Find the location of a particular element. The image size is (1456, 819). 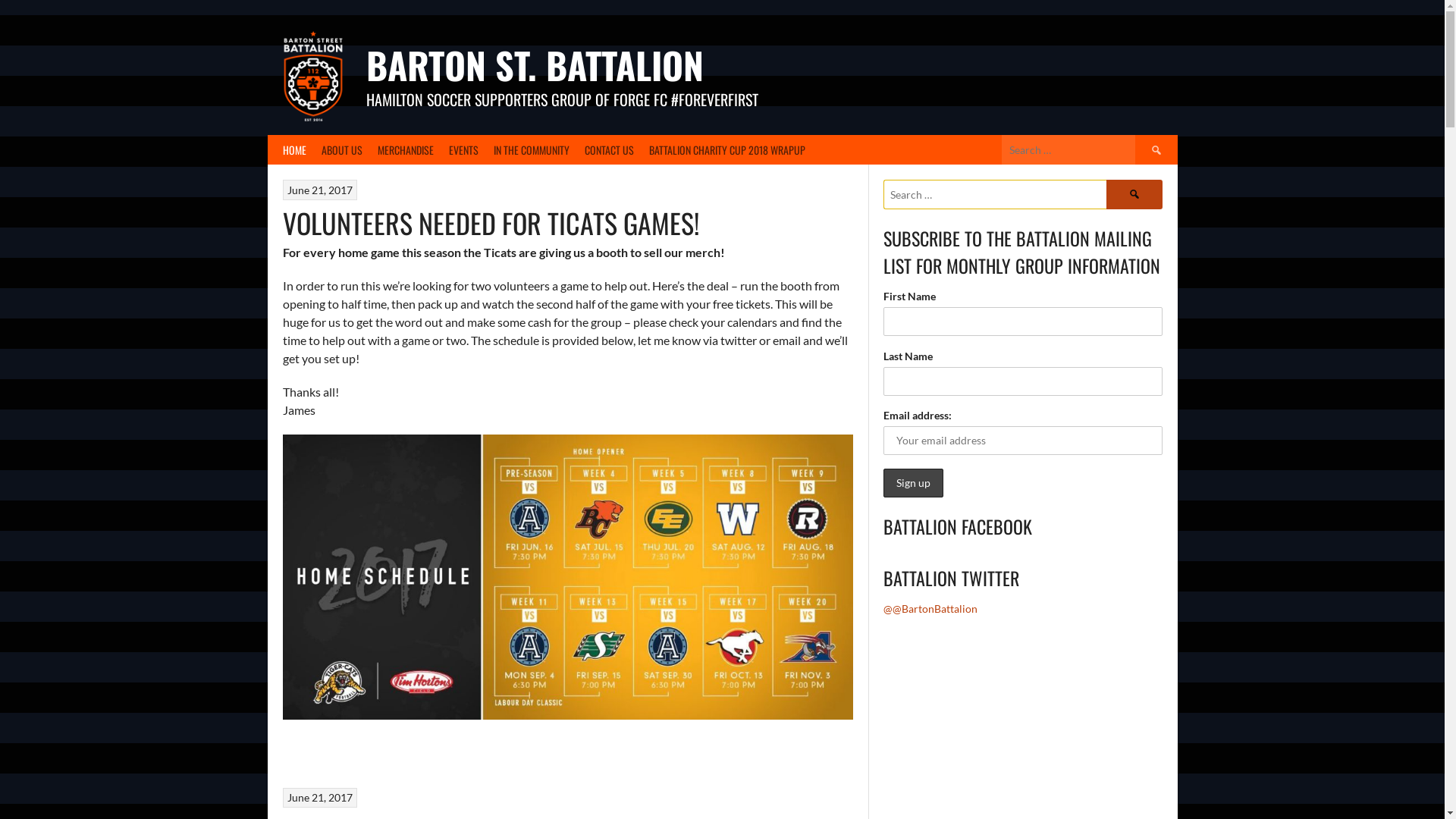

'IN THE COMMUNITY' is located at coordinates (484, 149).